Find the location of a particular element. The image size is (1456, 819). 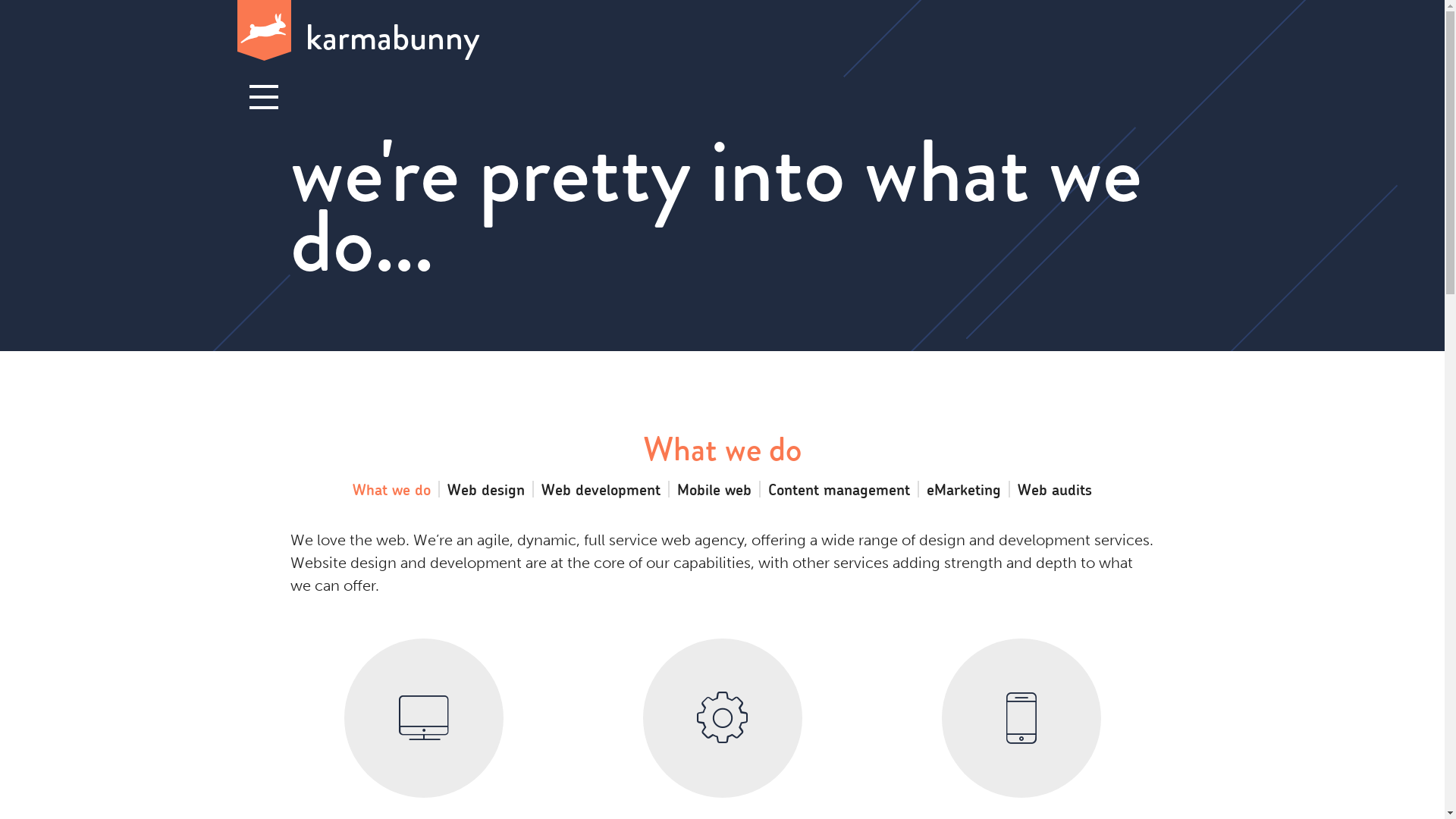

'Mobile web' is located at coordinates (713, 488).